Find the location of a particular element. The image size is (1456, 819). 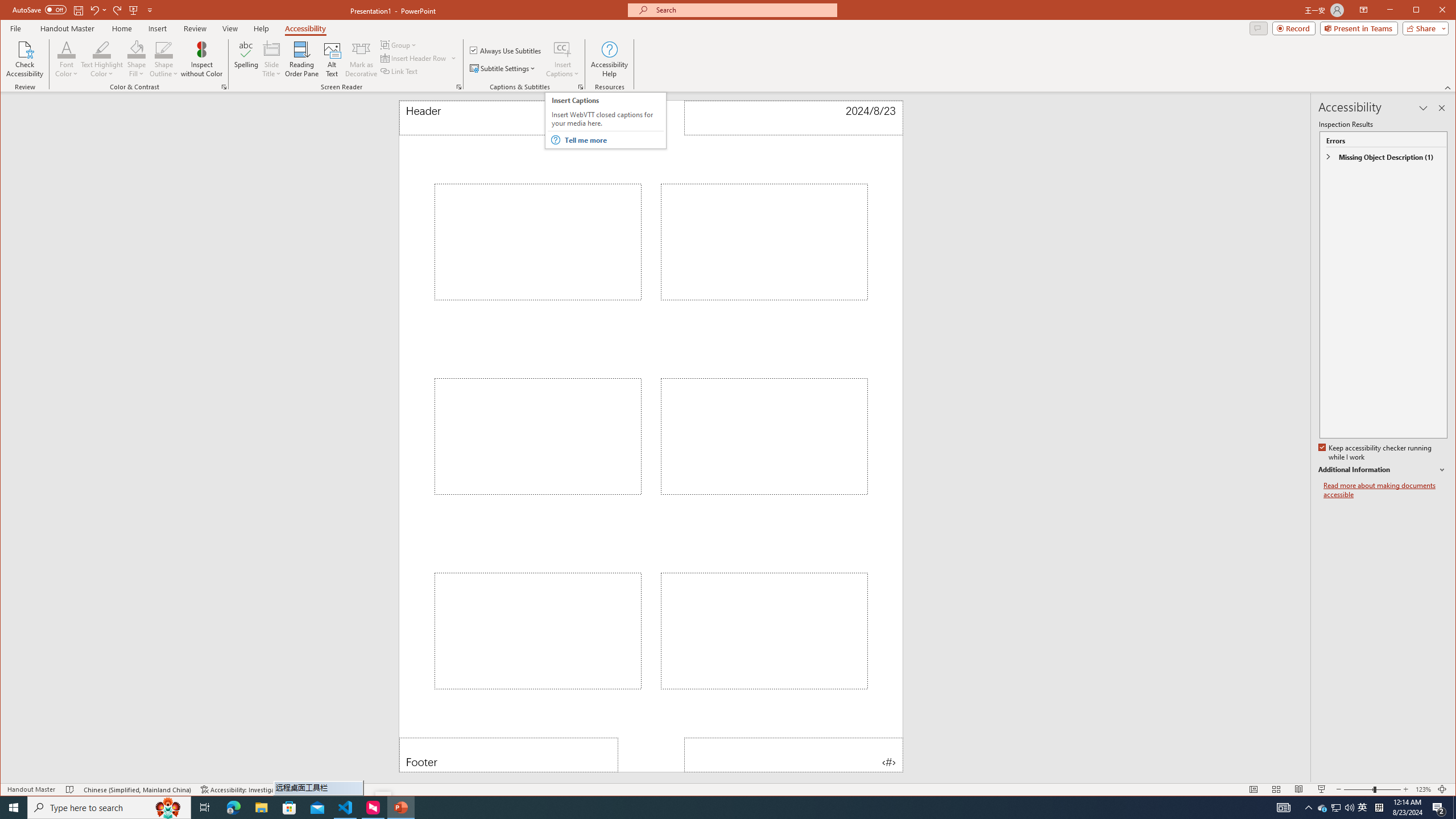

'Alt Text' is located at coordinates (331, 59).